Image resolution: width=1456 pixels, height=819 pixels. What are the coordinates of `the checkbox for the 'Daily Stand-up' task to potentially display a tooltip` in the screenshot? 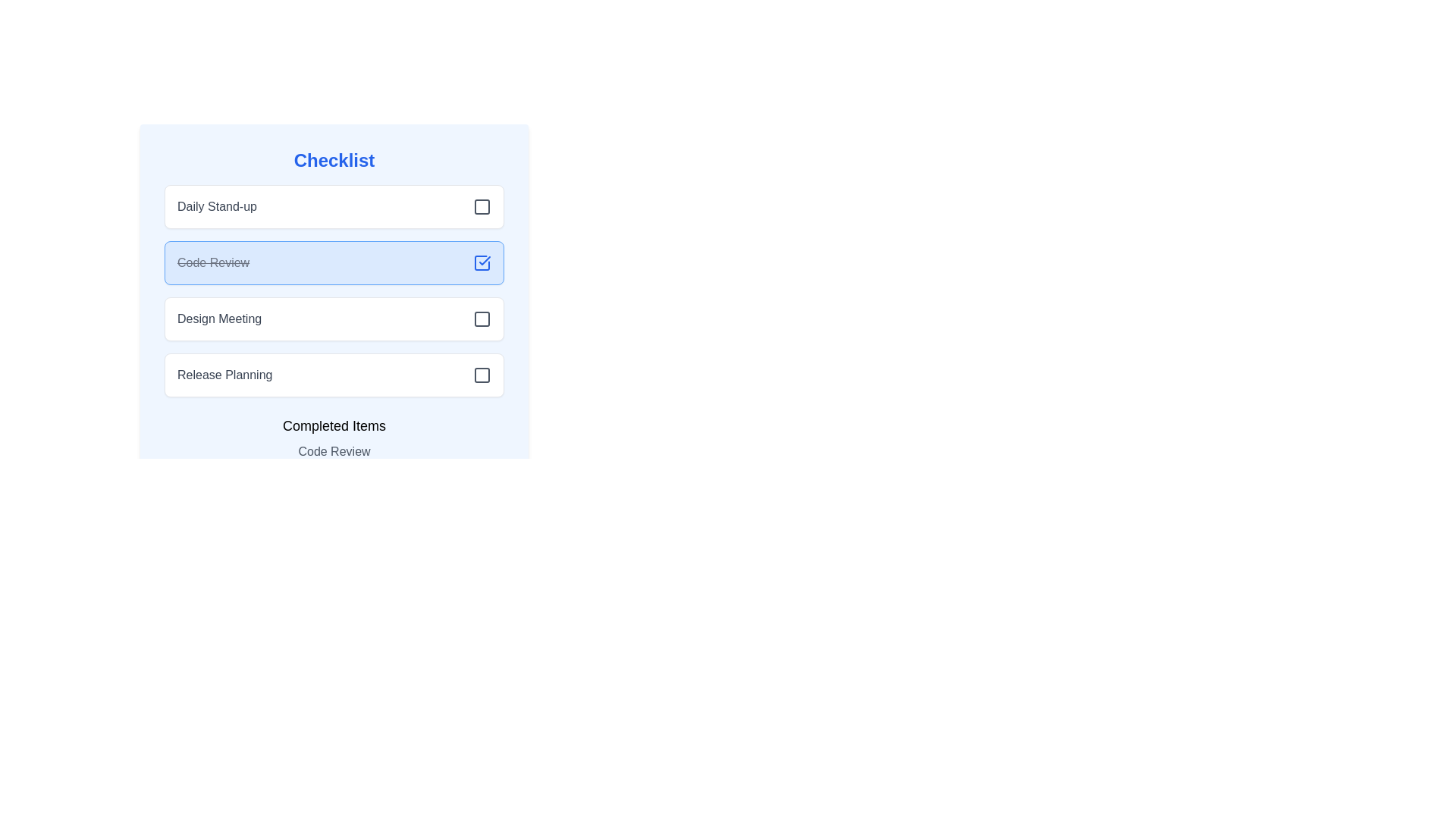 It's located at (481, 207).